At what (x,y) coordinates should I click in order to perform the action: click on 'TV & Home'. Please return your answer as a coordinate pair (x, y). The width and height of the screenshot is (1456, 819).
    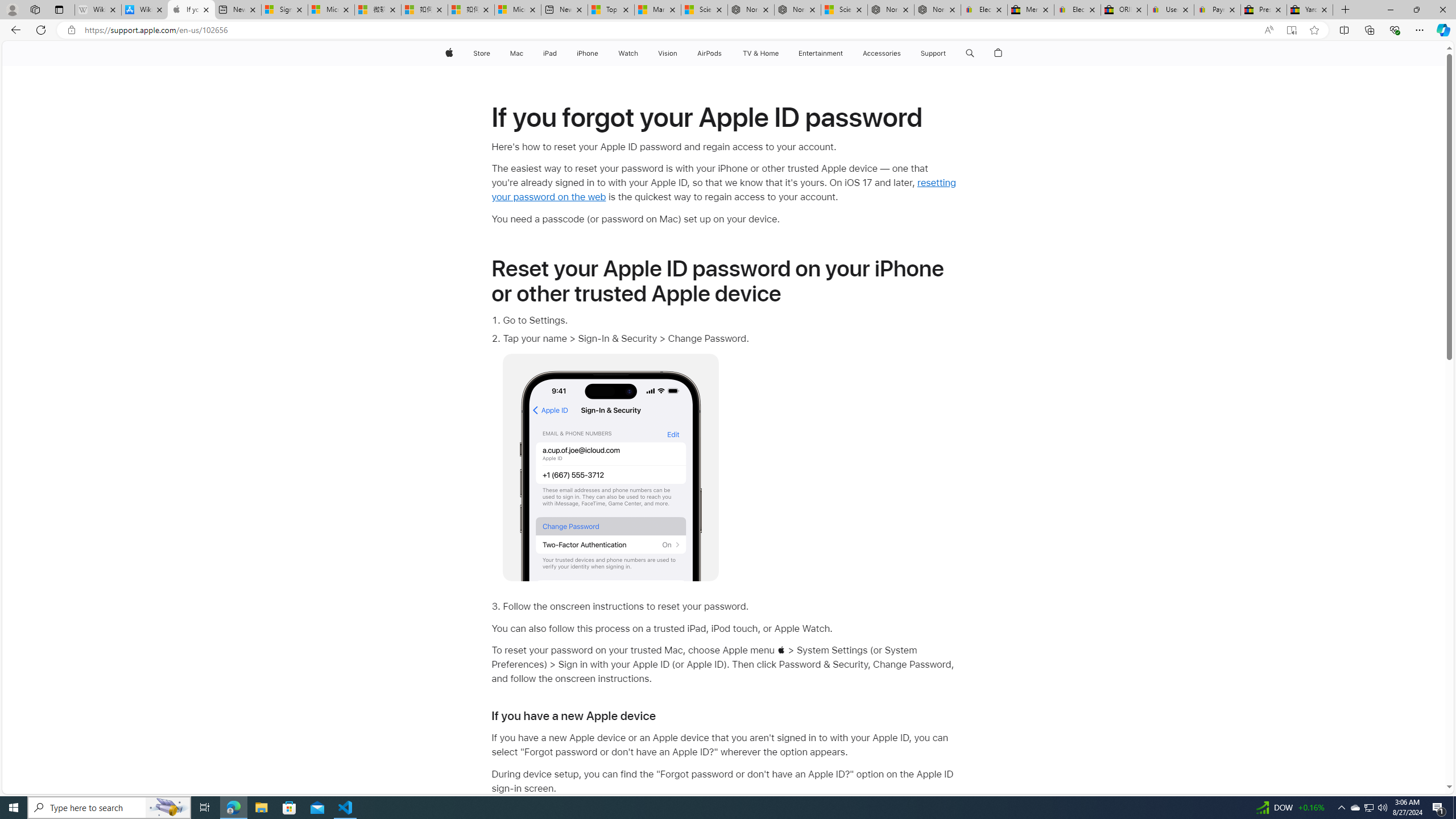
    Looking at the image, I should click on (760, 53).